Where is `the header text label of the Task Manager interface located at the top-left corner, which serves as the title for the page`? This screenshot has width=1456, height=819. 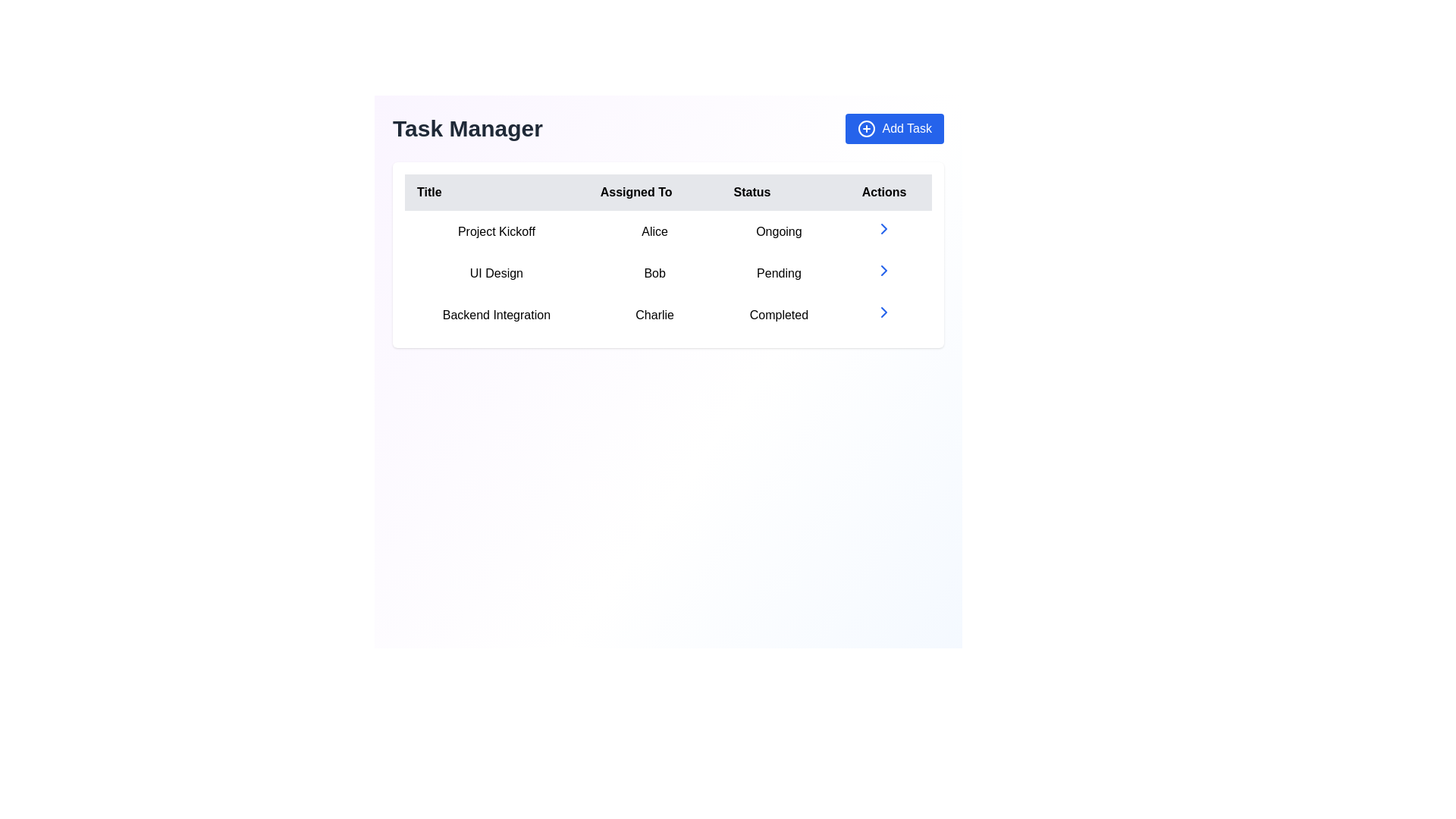 the header text label of the Task Manager interface located at the top-left corner, which serves as the title for the page is located at coordinates (466, 127).